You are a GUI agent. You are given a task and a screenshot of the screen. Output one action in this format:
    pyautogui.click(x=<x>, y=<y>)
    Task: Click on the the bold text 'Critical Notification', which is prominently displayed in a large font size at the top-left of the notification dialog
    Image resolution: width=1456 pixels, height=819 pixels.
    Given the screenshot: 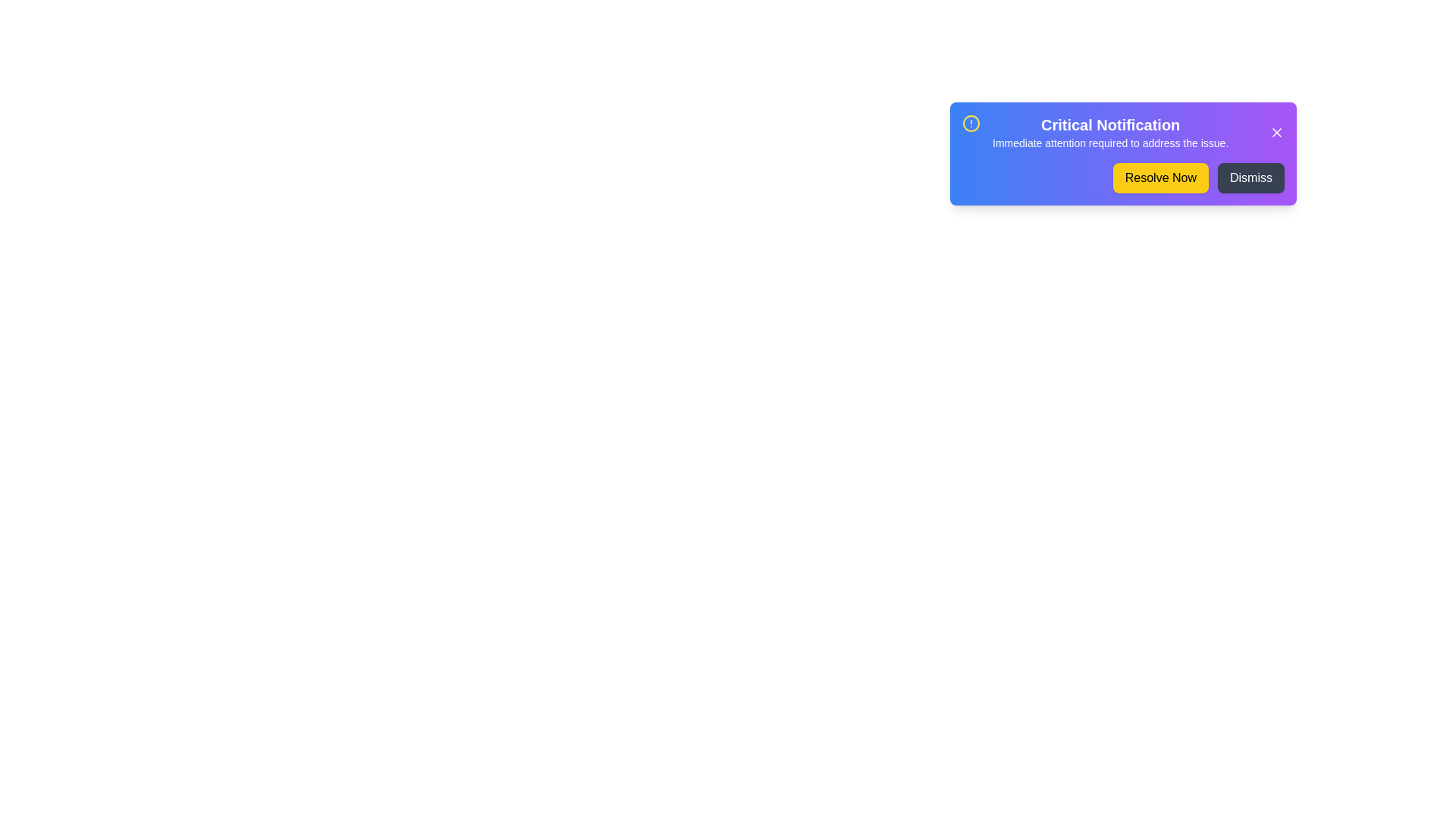 What is the action you would take?
    pyautogui.click(x=1110, y=124)
    